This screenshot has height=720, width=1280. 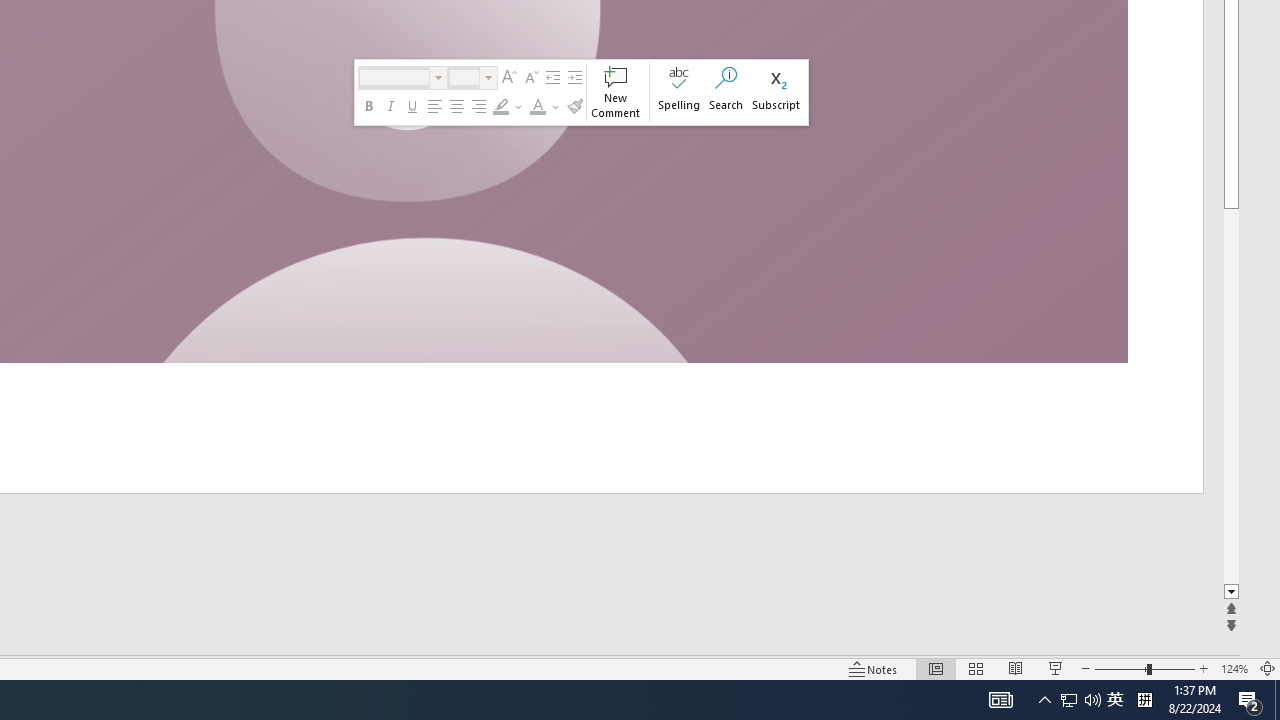 What do you see at coordinates (580, 92) in the screenshot?
I see `'Class: NetUIToolWindow'` at bounding box center [580, 92].